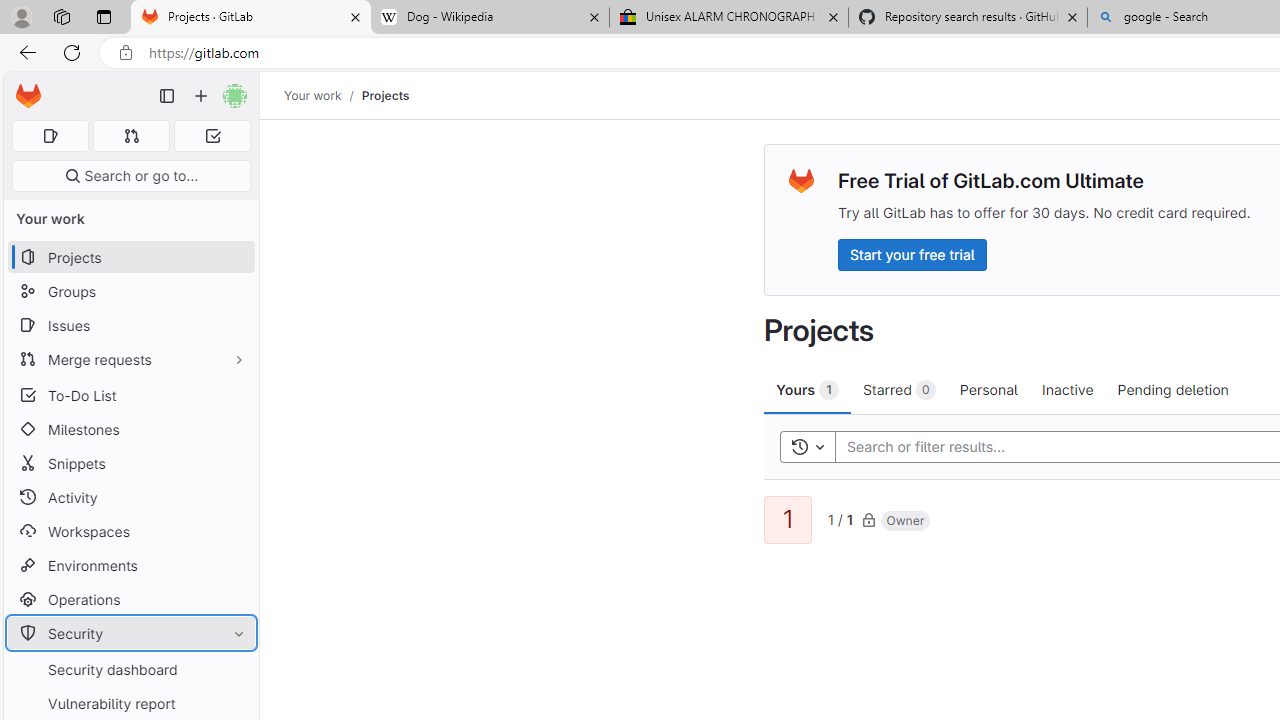  What do you see at coordinates (130, 565) in the screenshot?
I see `'Environments'` at bounding box center [130, 565].